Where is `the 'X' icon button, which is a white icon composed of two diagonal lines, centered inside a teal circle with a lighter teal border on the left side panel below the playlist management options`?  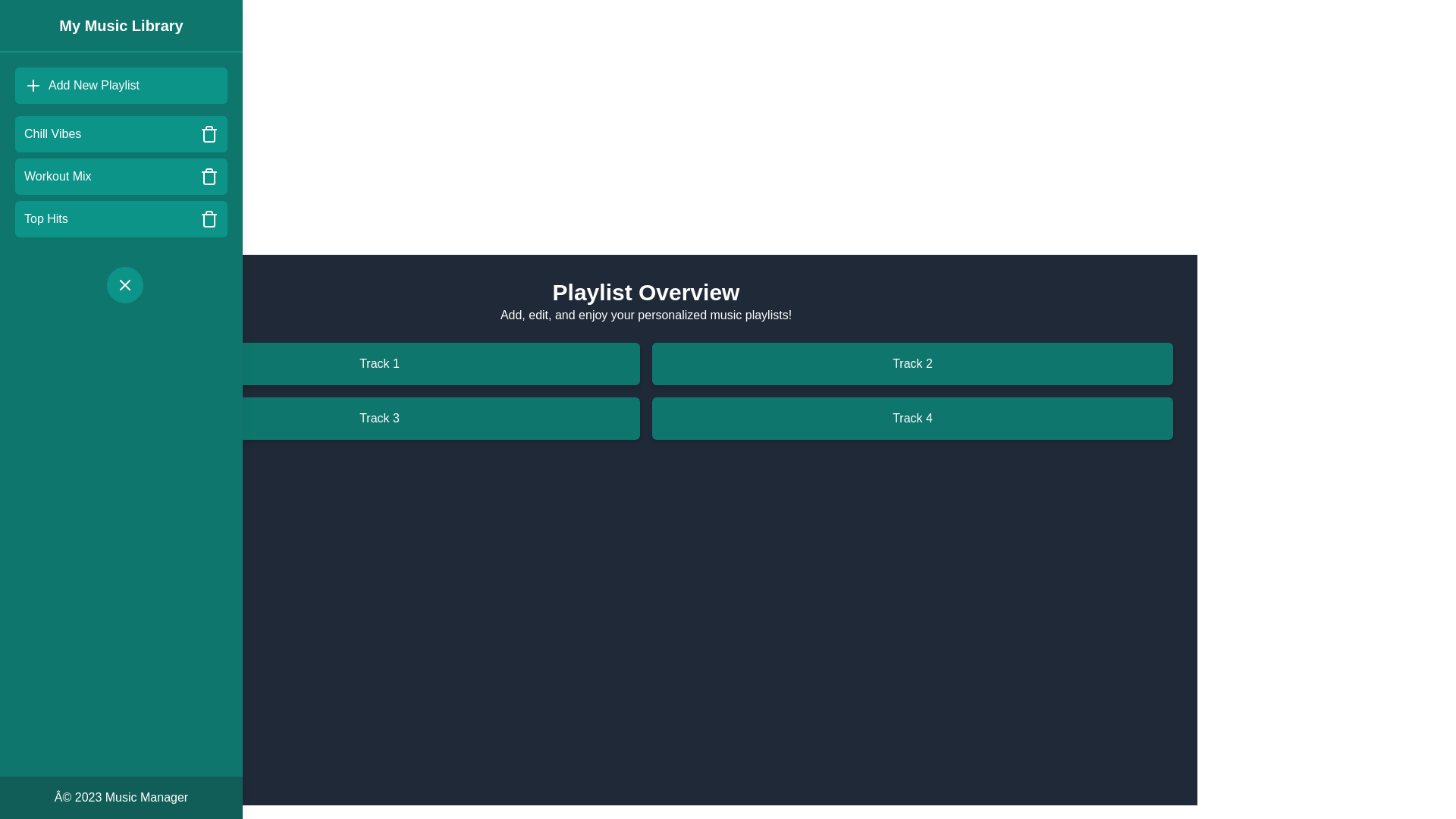
the 'X' icon button, which is a white icon composed of two diagonal lines, centered inside a teal circle with a lighter teal border on the left side panel below the playlist management options is located at coordinates (124, 284).